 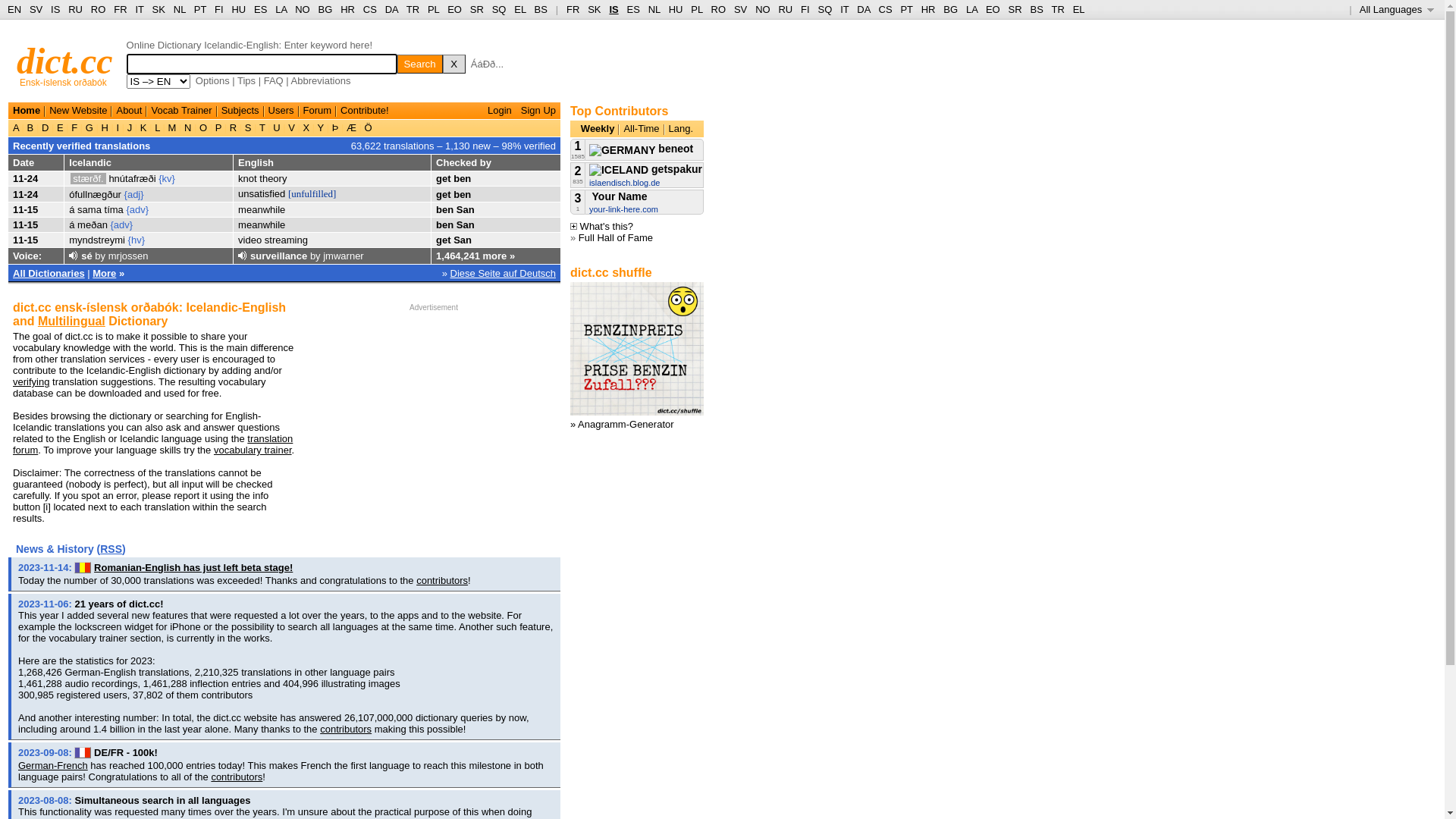 I want to click on 'U', so click(x=277, y=127).